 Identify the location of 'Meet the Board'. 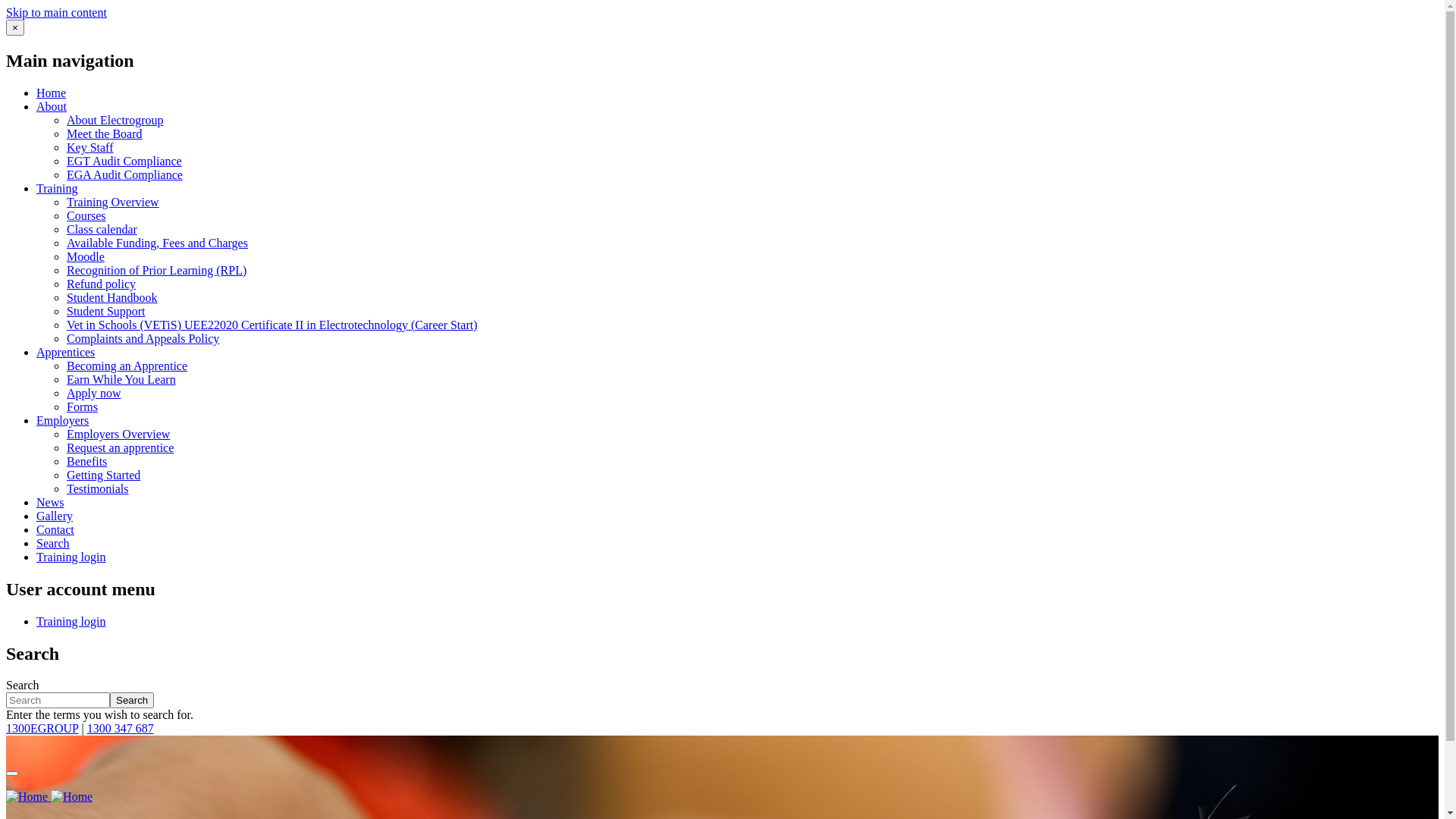
(65, 133).